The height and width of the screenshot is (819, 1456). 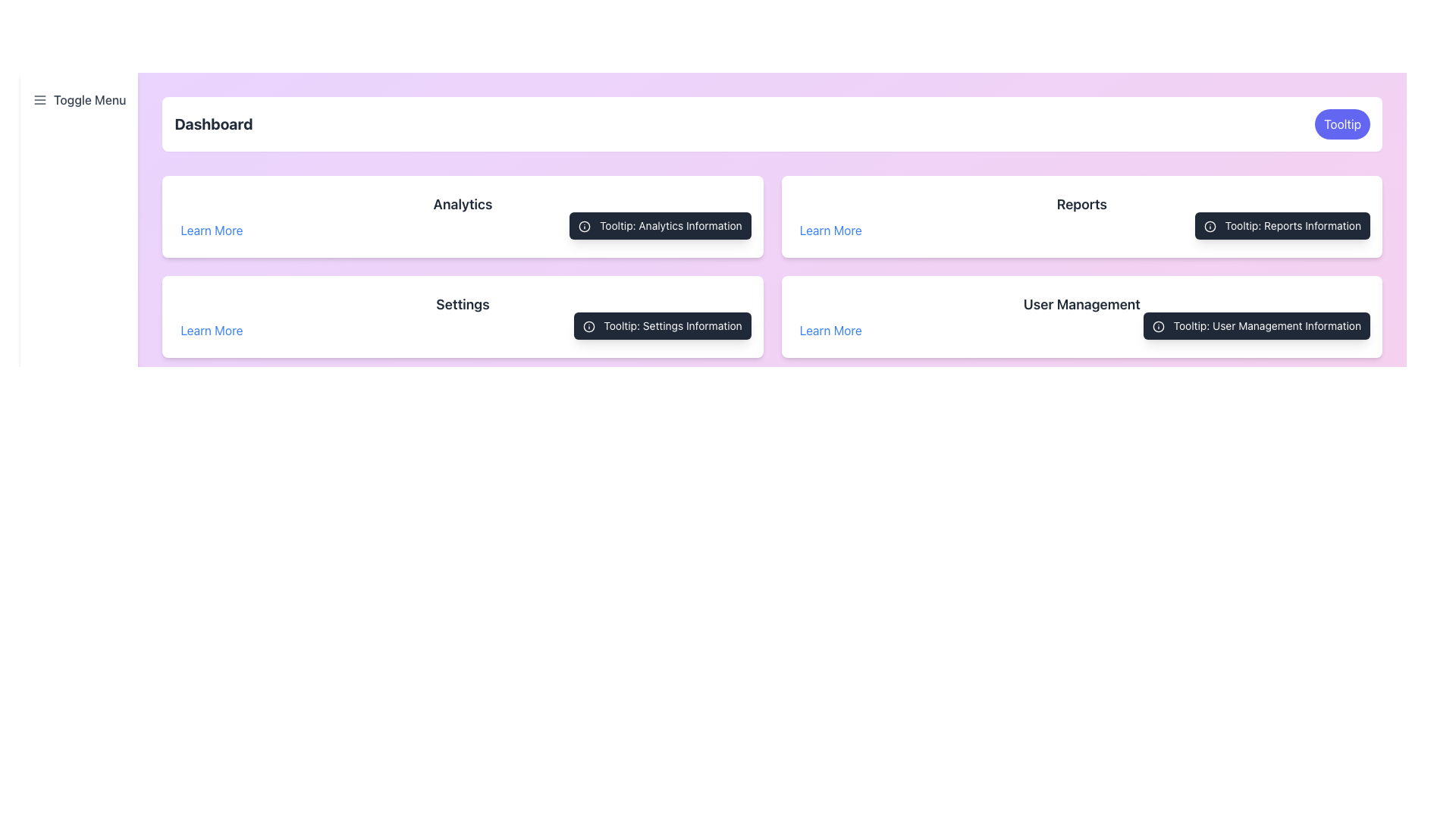 I want to click on the tooltip located in the 'Settings' section, positioned to the right of the 'Settings' title, to observe the information displayed, so click(x=662, y=325).